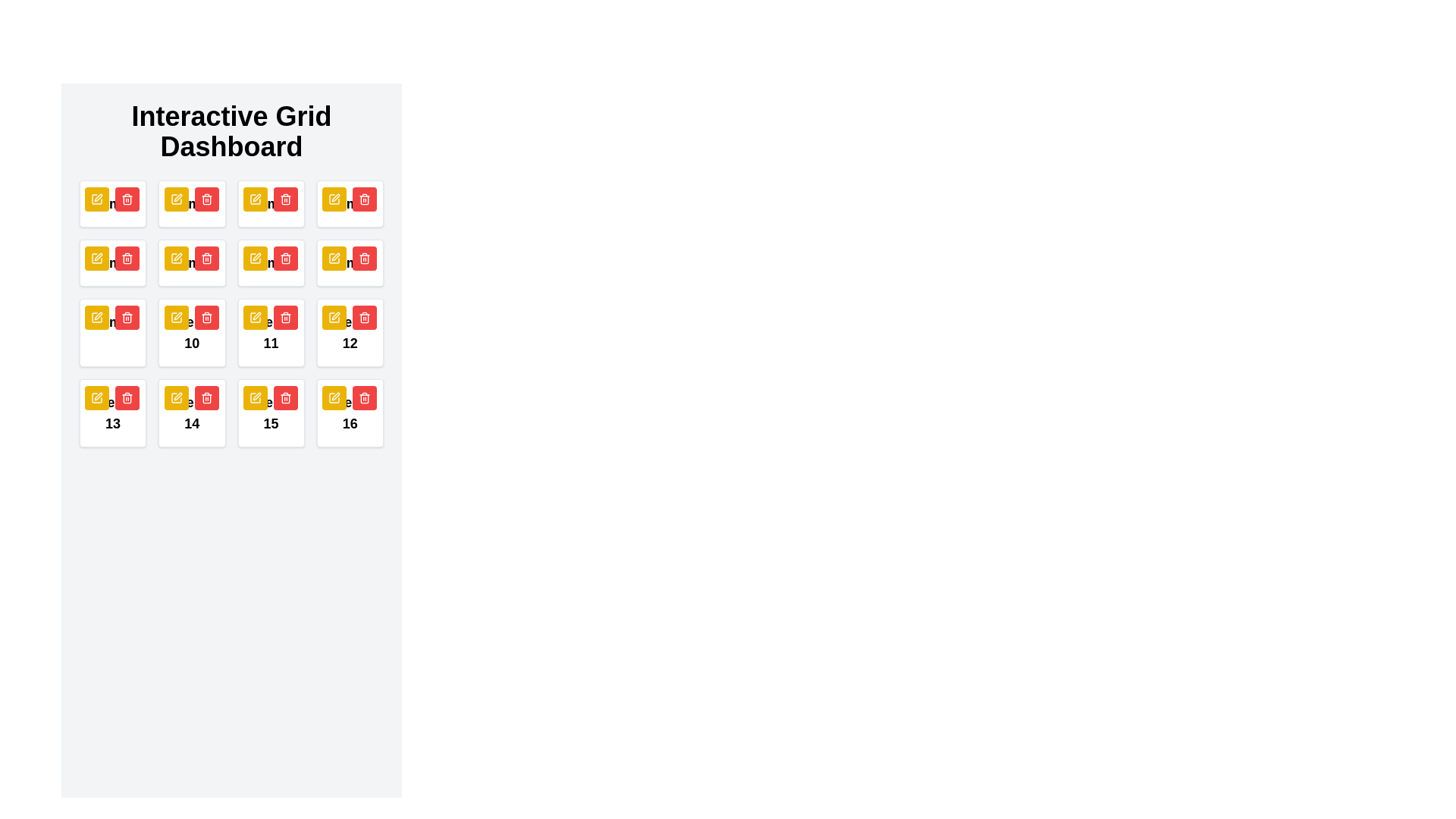 This screenshot has width=1456, height=819. Describe the element at coordinates (255, 397) in the screenshot. I see `the left button` at that location.